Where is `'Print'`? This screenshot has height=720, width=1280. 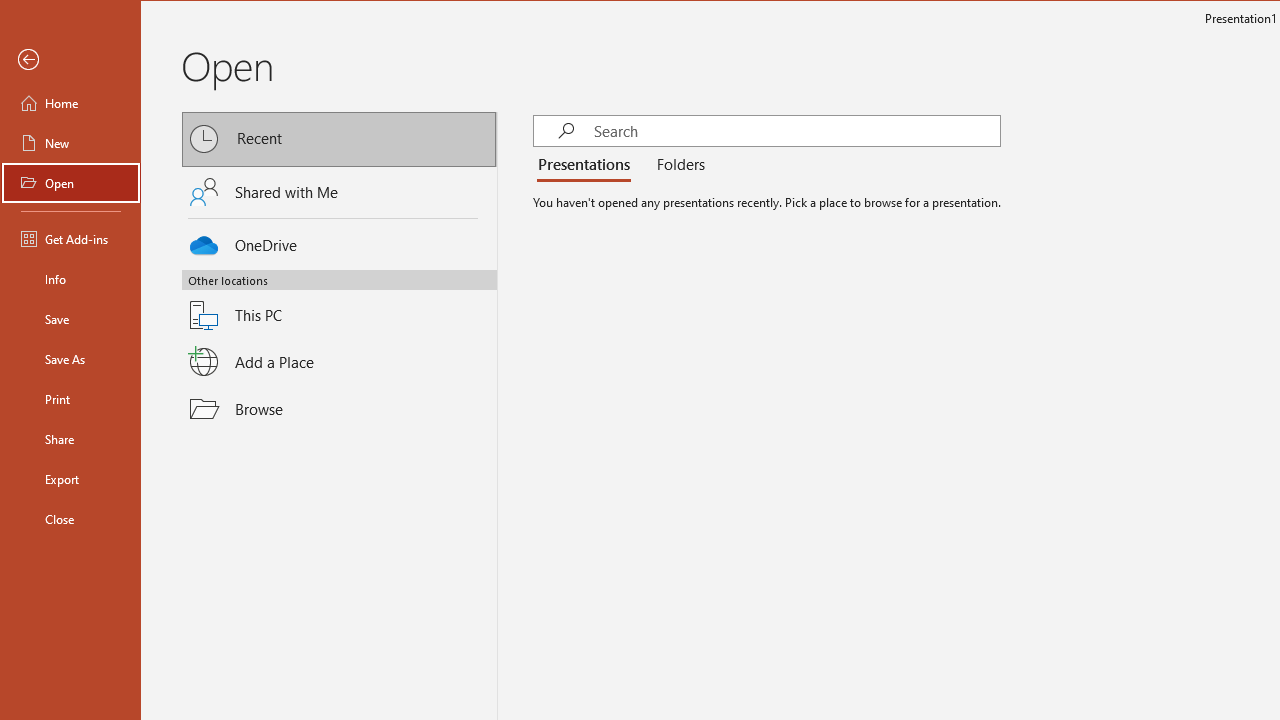
'Print' is located at coordinates (71, 398).